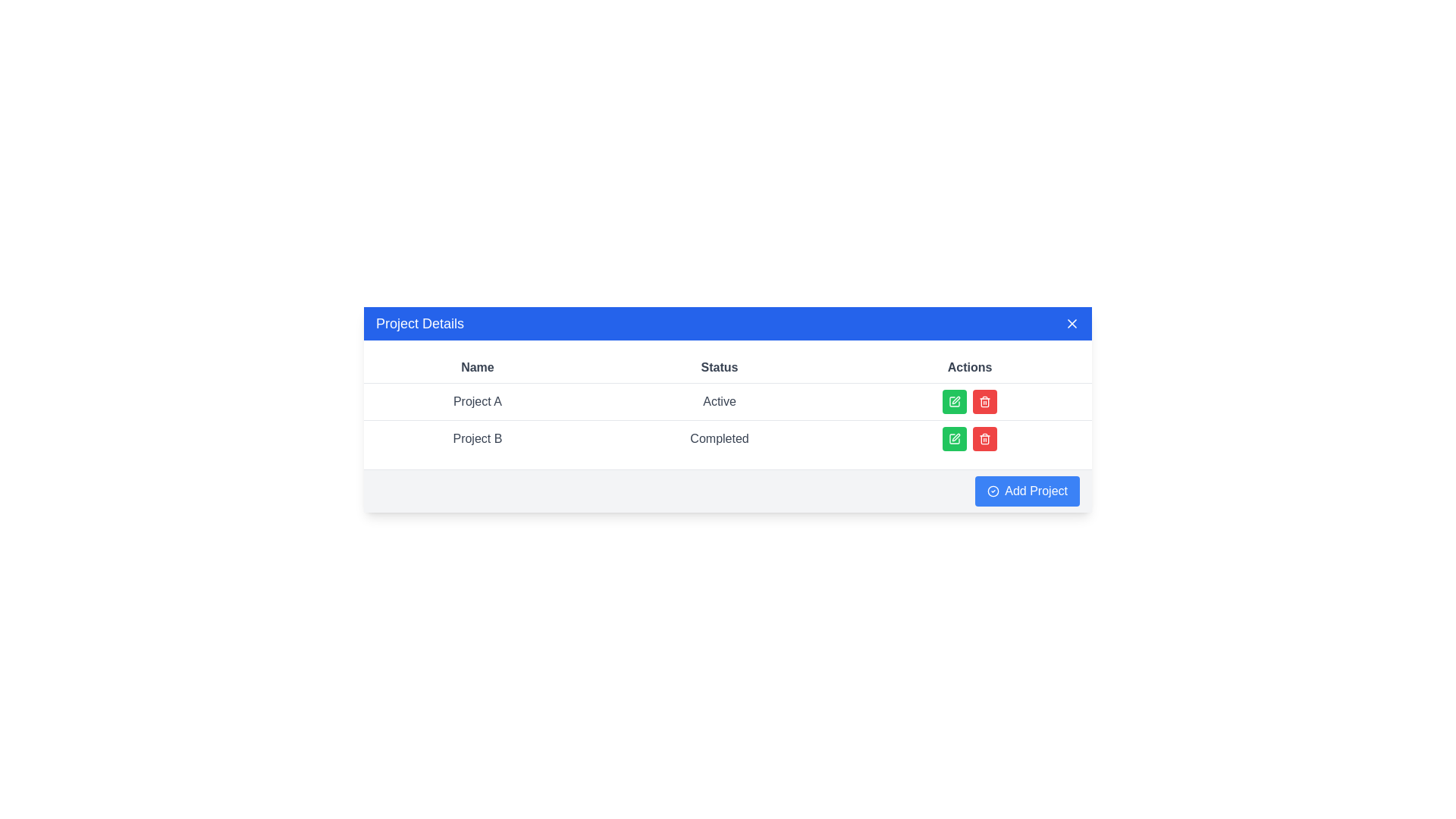 This screenshot has height=819, width=1456. What do you see at coordinates (985, 400) in the screenshot?
I see `the trash can icon located in the 'Actions' column of the table for 'Project A'` at bounding box center [985, 400].